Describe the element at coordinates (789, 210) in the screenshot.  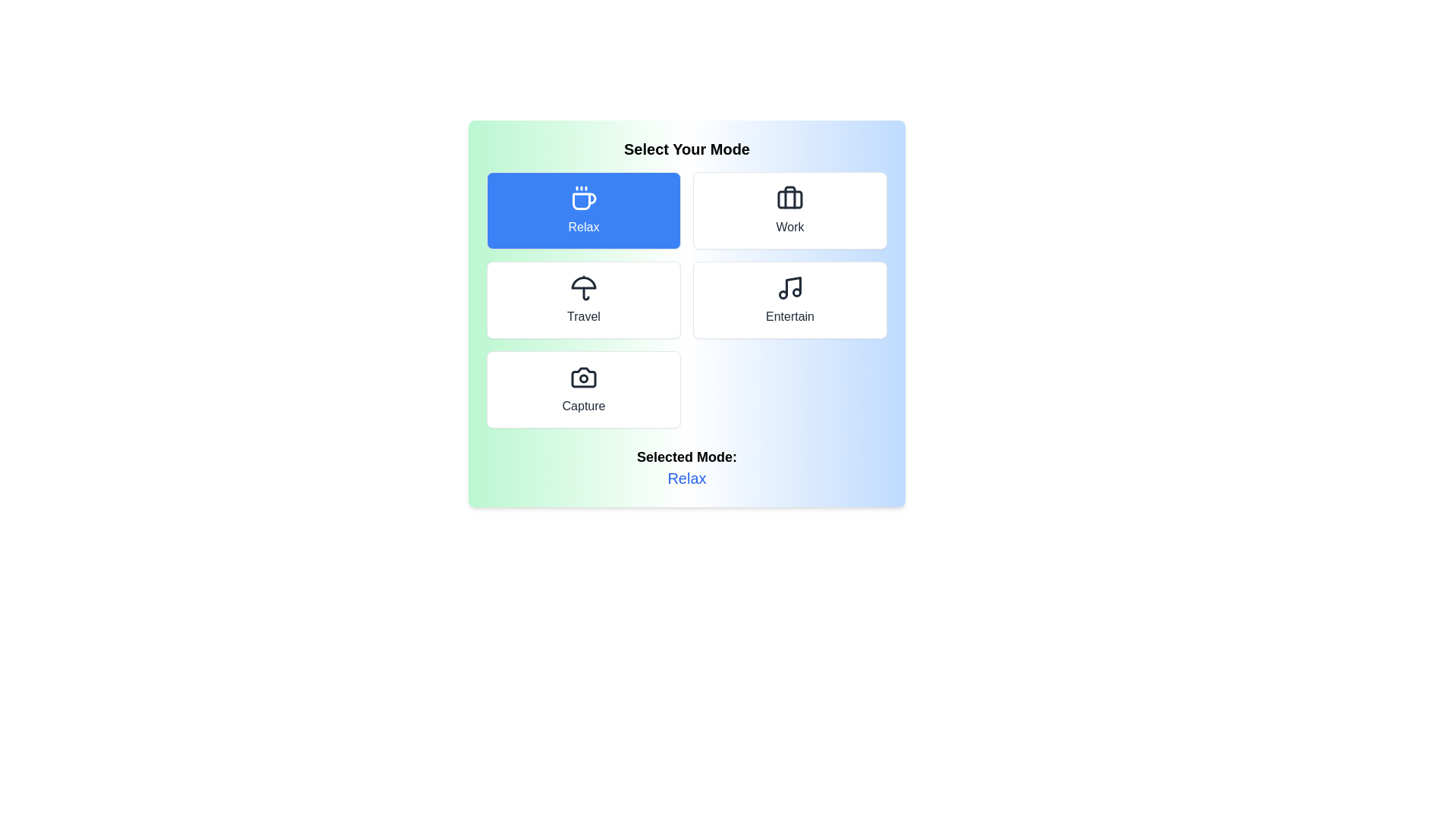
I see `the mode button corresponding to Work` at that location.